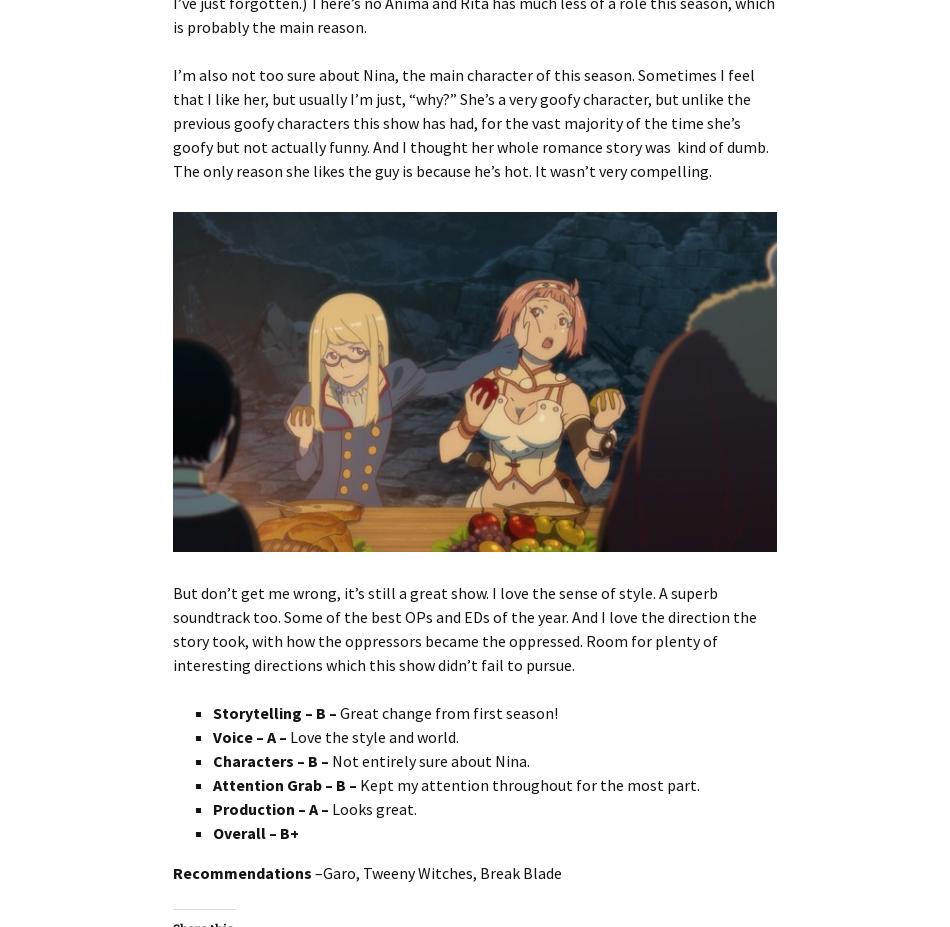  I want to click on '–Garo, Tweeny Witches, Break Blade', so click(436, 872).